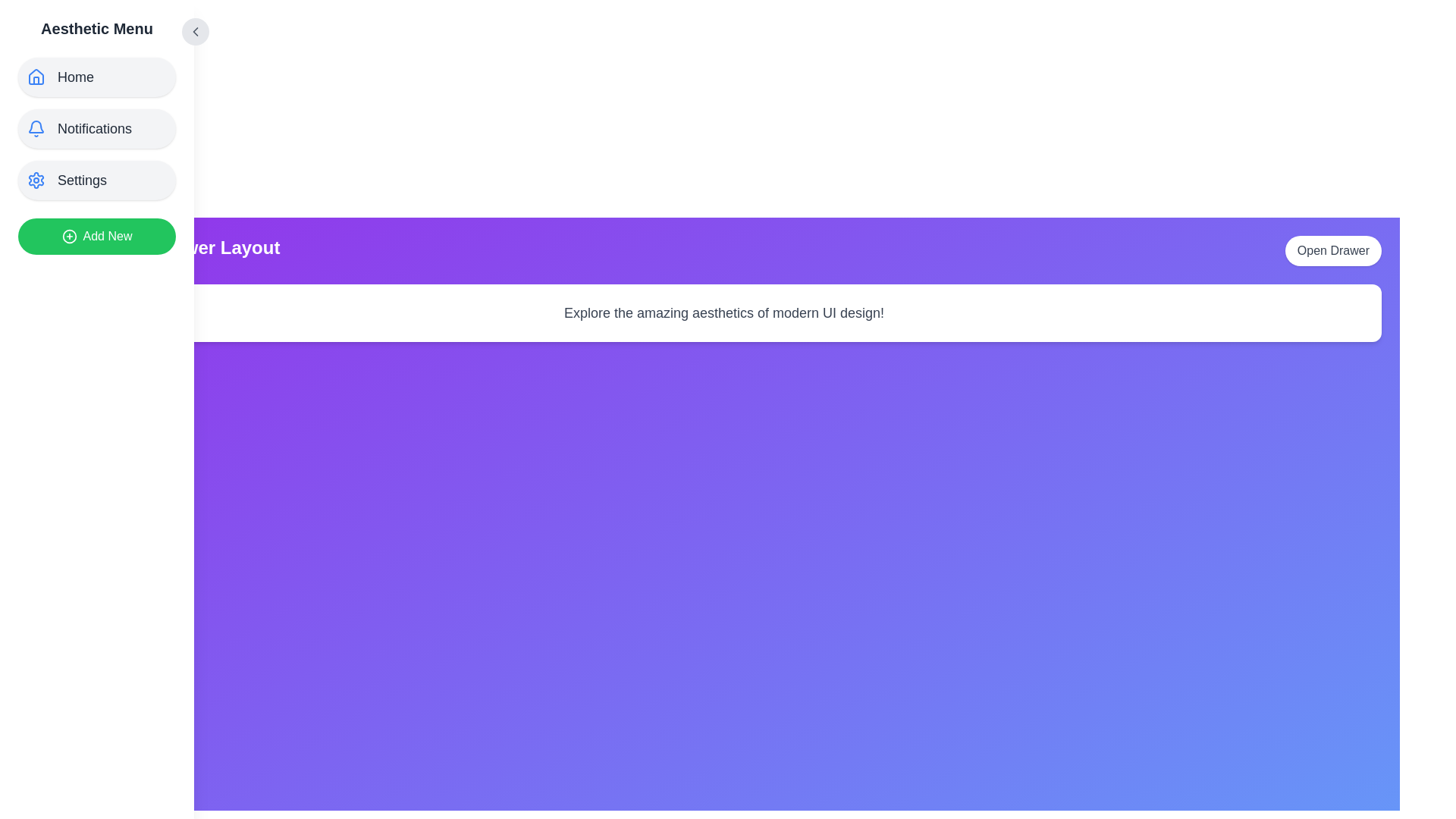 This screenshot has height=819, width=1456. I want to click on the 'Notifications' button, which is the second button in a vertical list within a side panel, to trigger a hover state, so click(96, 127).